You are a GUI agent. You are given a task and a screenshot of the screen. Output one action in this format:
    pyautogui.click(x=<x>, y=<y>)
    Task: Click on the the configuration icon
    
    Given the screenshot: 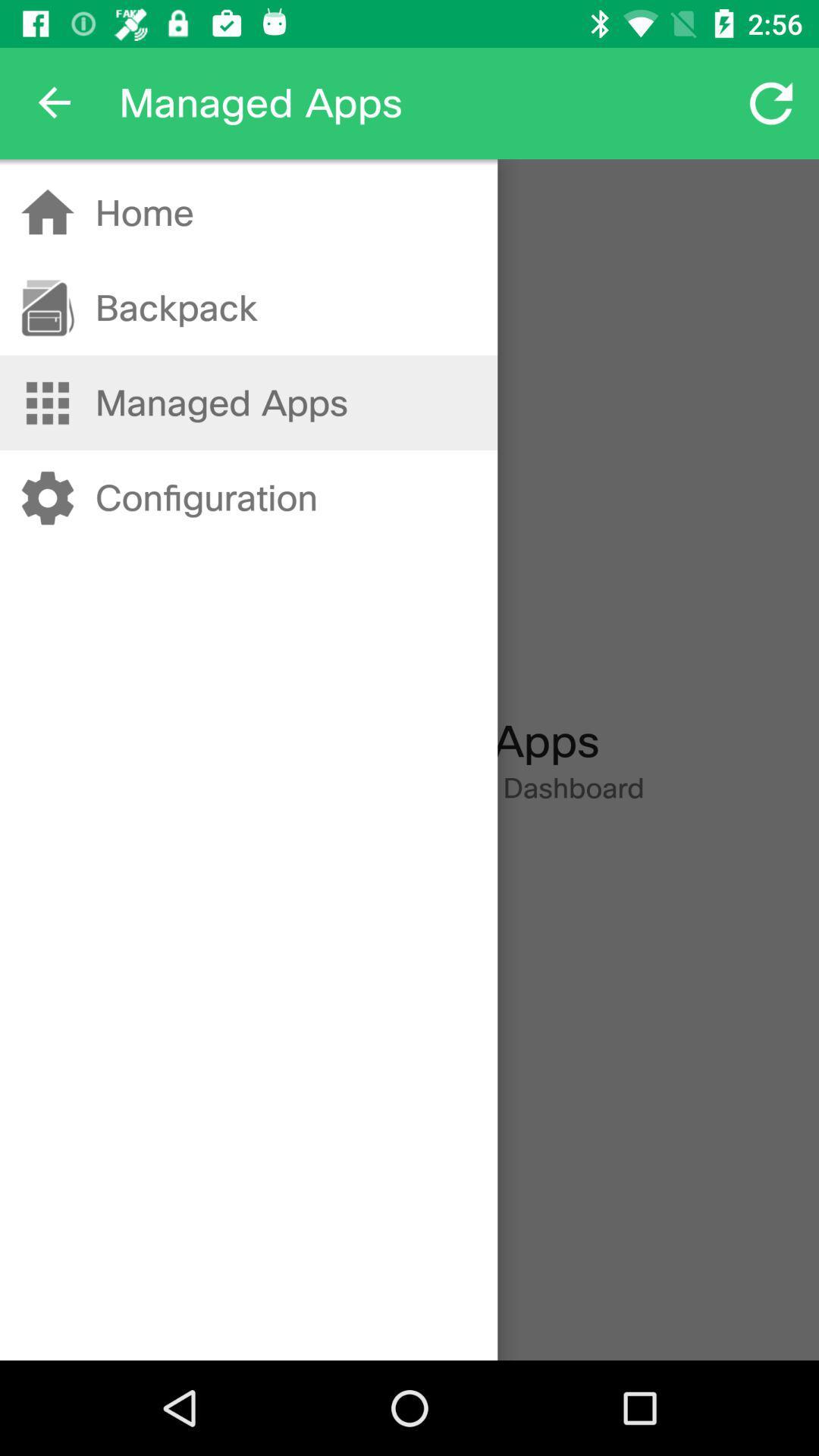 What is the action you would take?
    pyautogui.click(x=206, y=498)
    